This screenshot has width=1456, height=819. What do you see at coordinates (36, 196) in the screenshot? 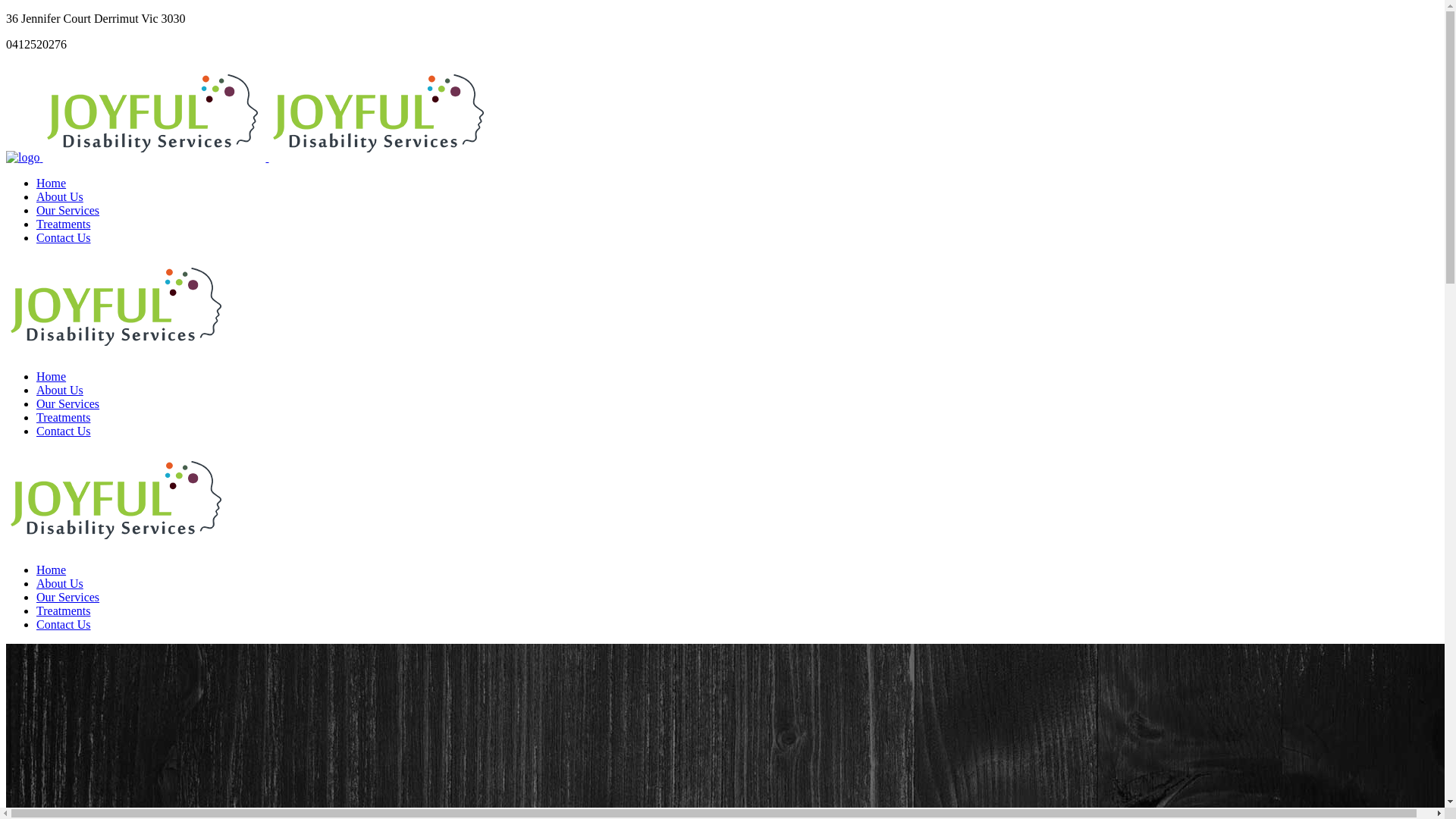
I see `'About Us'` at bounding box center [36, 196].